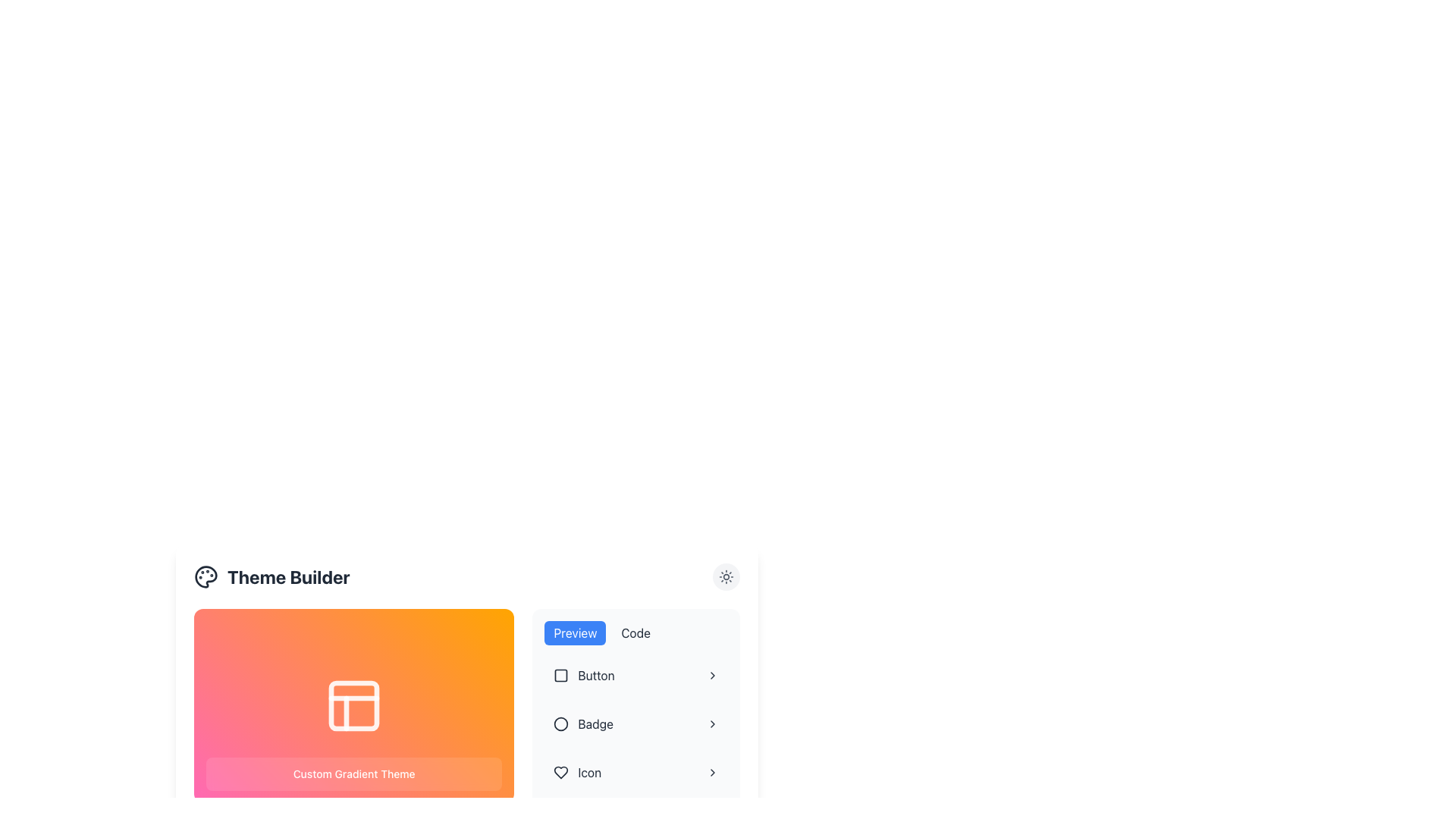  I want to click on the button located immediately to the right of the 'Preview' button, which serves to view or edit the code of the selected item or module, so click(635, 632).